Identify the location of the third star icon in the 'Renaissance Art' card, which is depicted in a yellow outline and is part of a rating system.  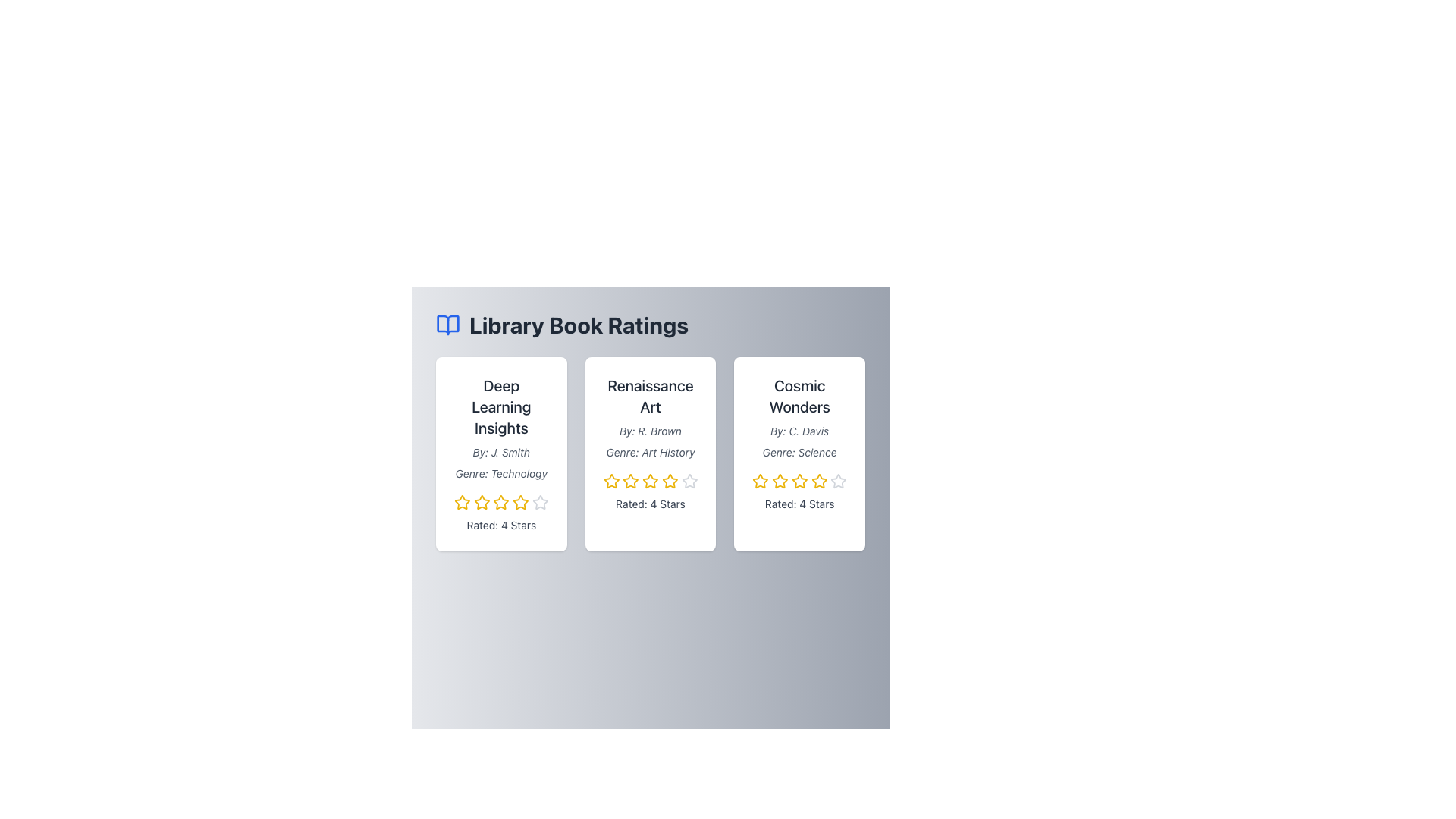
(669, 481).